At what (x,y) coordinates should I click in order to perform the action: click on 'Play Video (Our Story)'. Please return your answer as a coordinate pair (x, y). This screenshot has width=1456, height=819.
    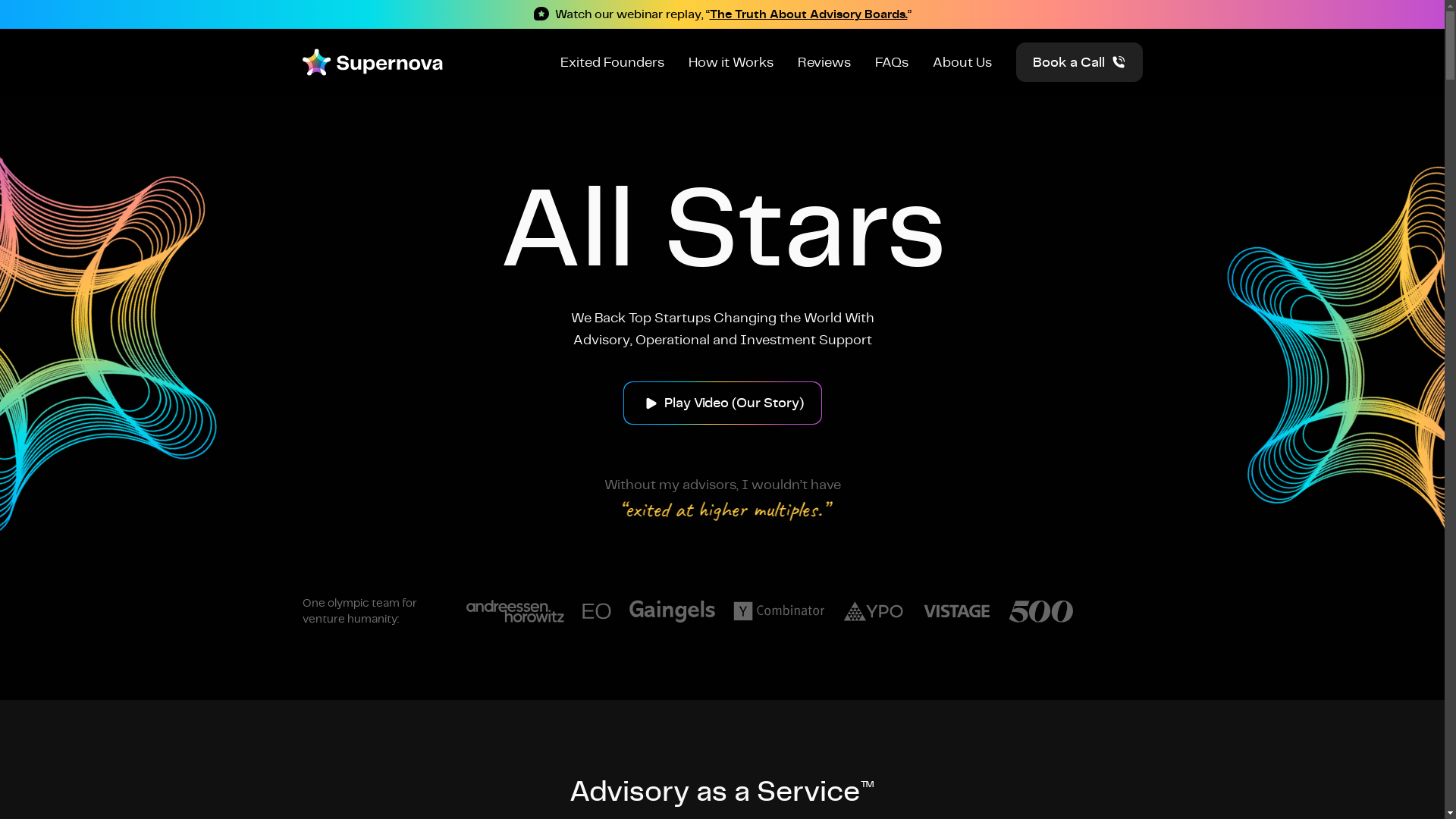
    Looking at the image, I should click on (722, 401).